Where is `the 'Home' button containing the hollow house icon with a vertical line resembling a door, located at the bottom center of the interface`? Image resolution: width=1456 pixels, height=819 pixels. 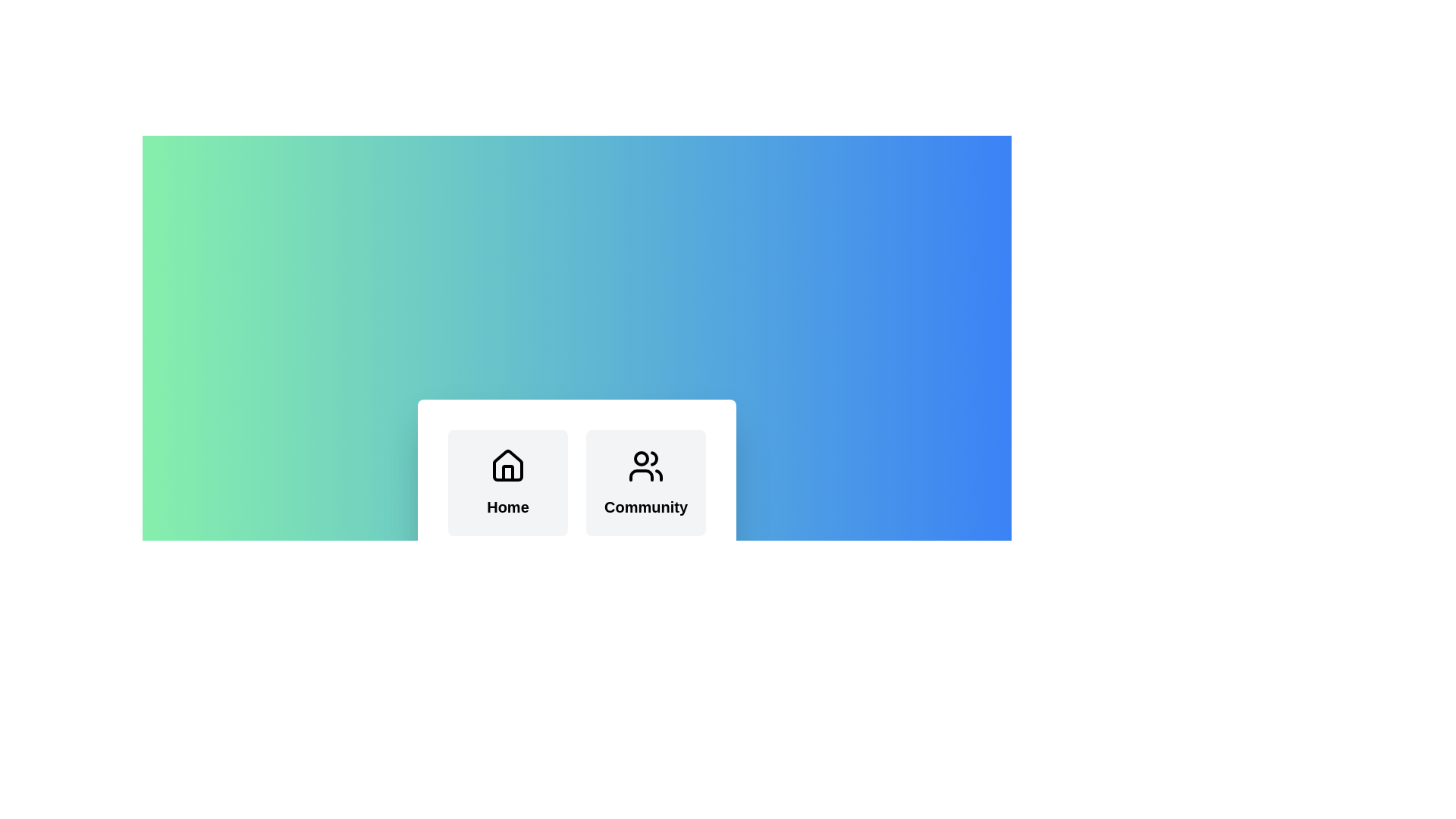 the 'Home' button containing the hollow house icon with a vertical line resembling a door, located at the bottom center of the interface is located at coordinates (508, 472).